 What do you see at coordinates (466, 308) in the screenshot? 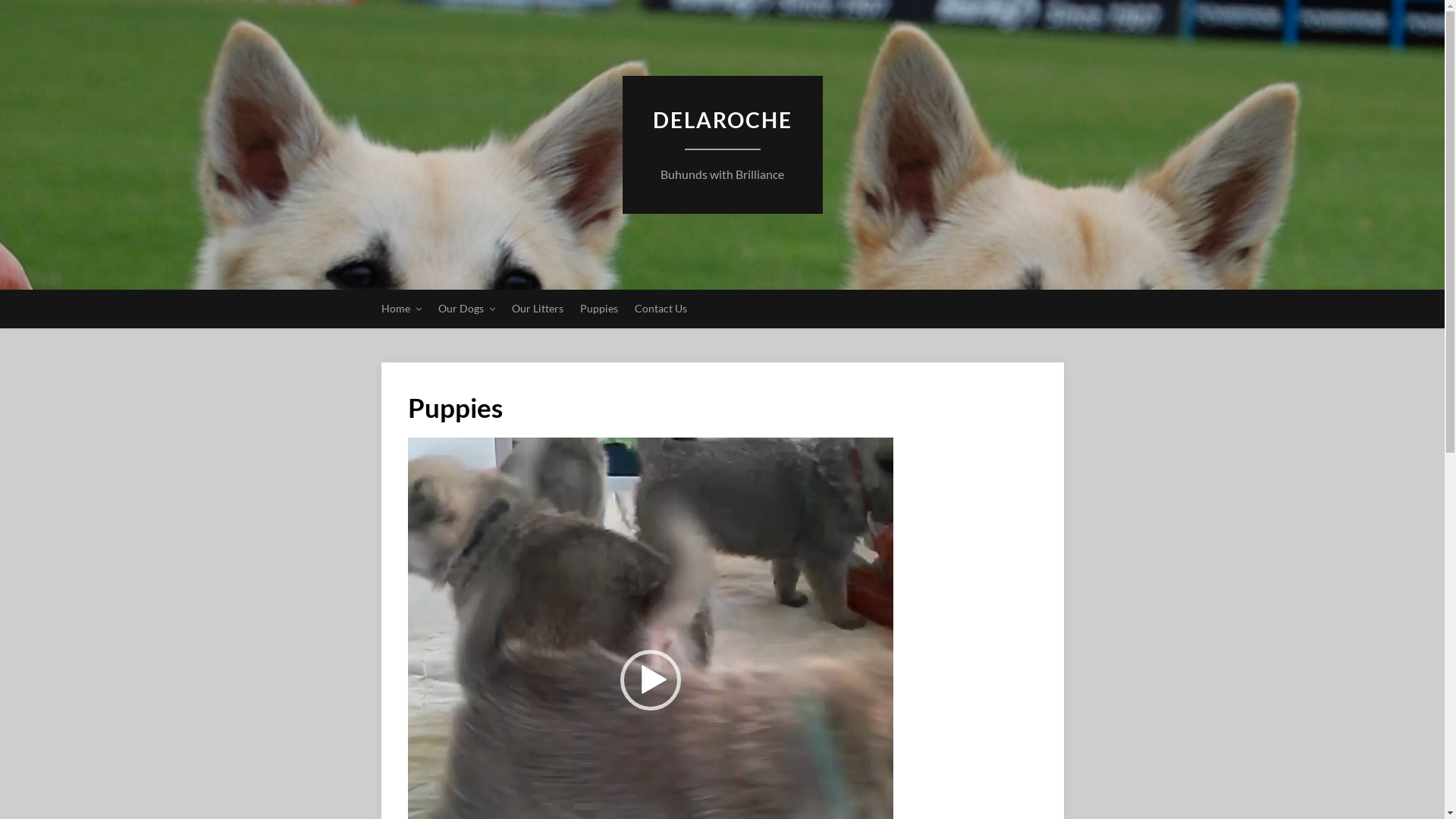
I see `'Our Dogs'` at bounding box center [466, 308].